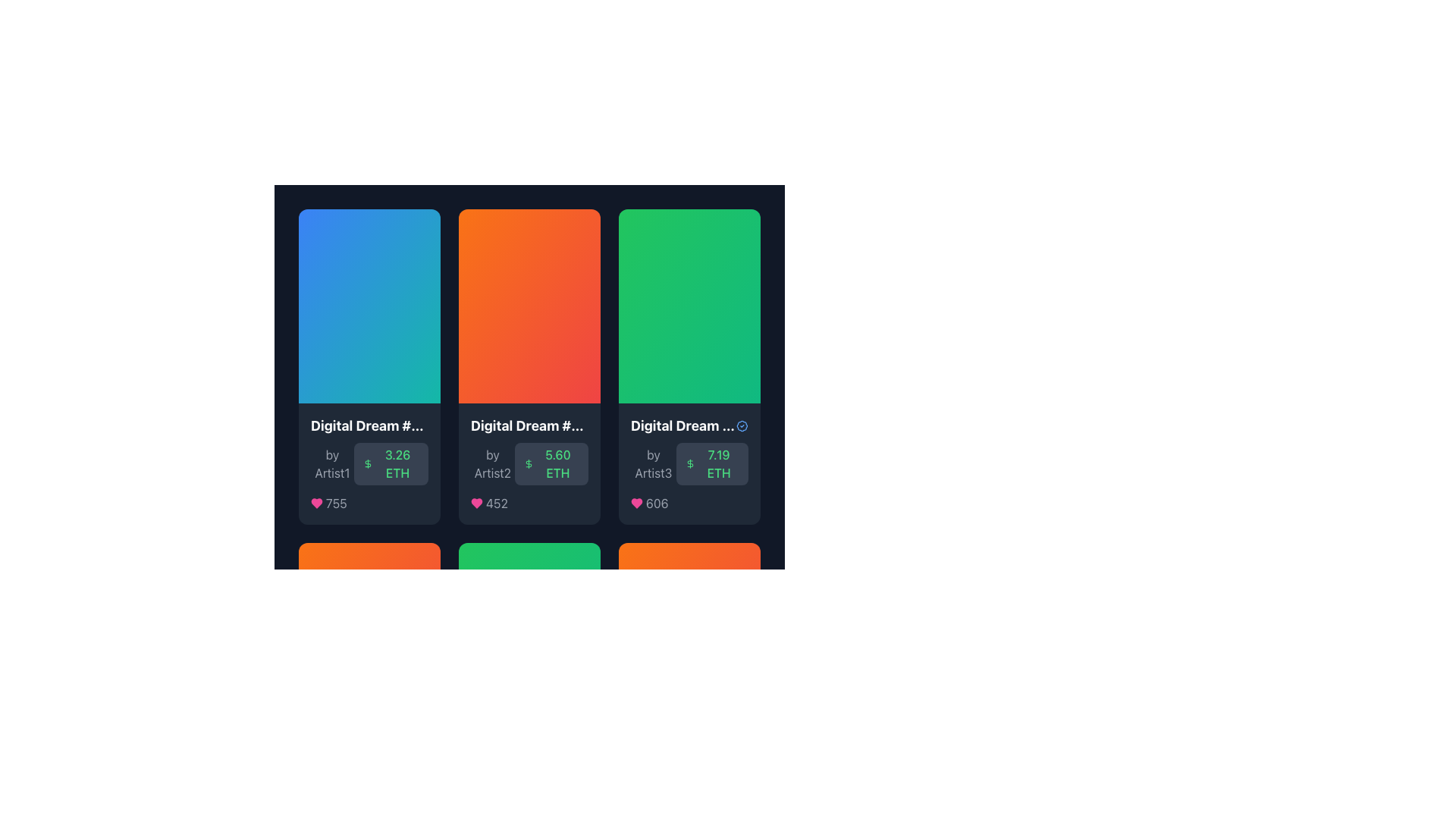 This screenshot has height=819, width=1456. What do you see at coordinates (689, 463) in the screenshot?
I see `the informational display field located beneath the card title 'Digital Dream #3222' in the bottom-right corner of the third card in the card list` at bounding box center [689, 463].